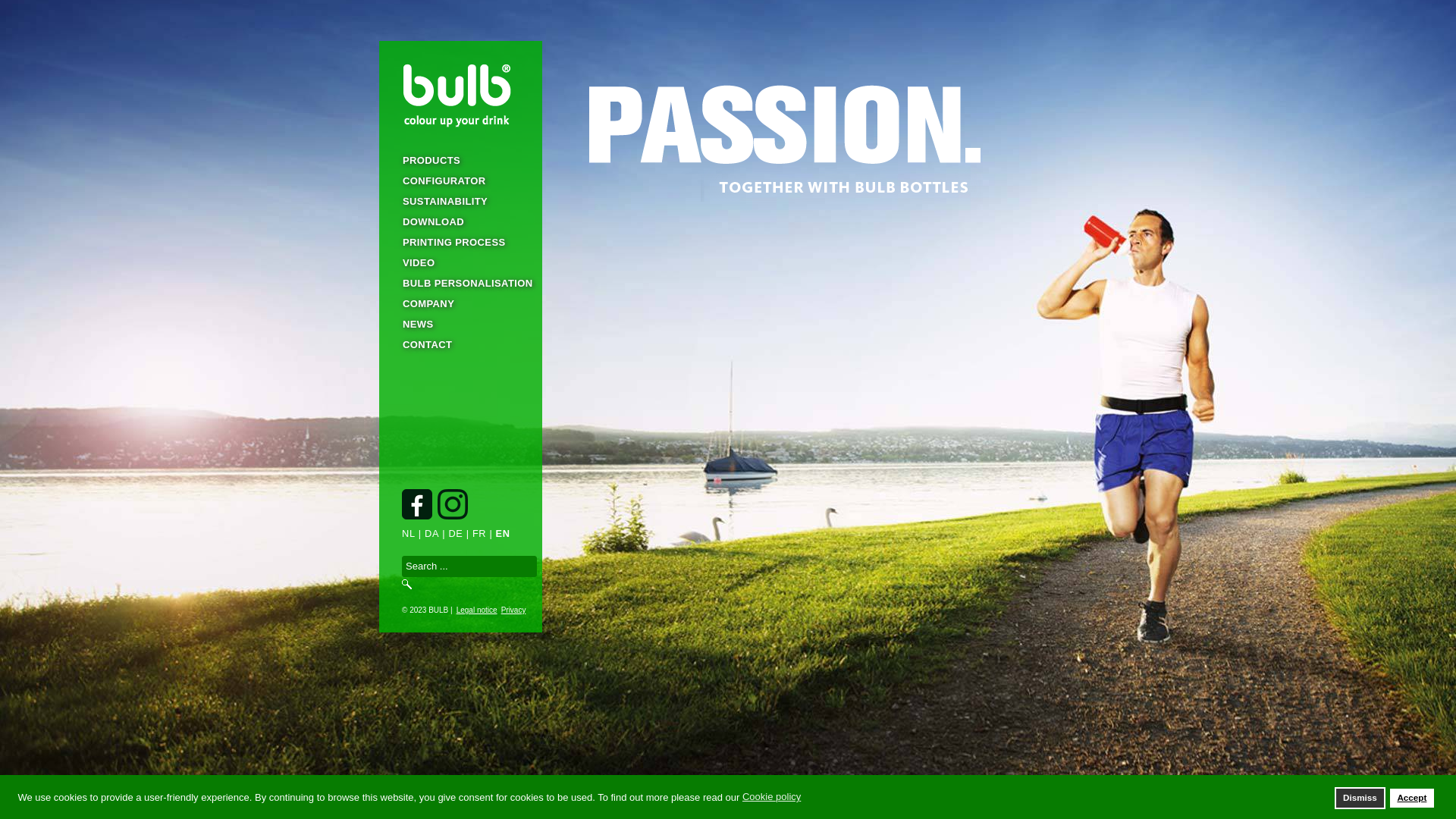 This screenshot has height=819, width=1456. What do you see at coordinates (460, 200) in the screenshot?
I see `'SUSTAINABILITY'` at bounding box center [460, 200].